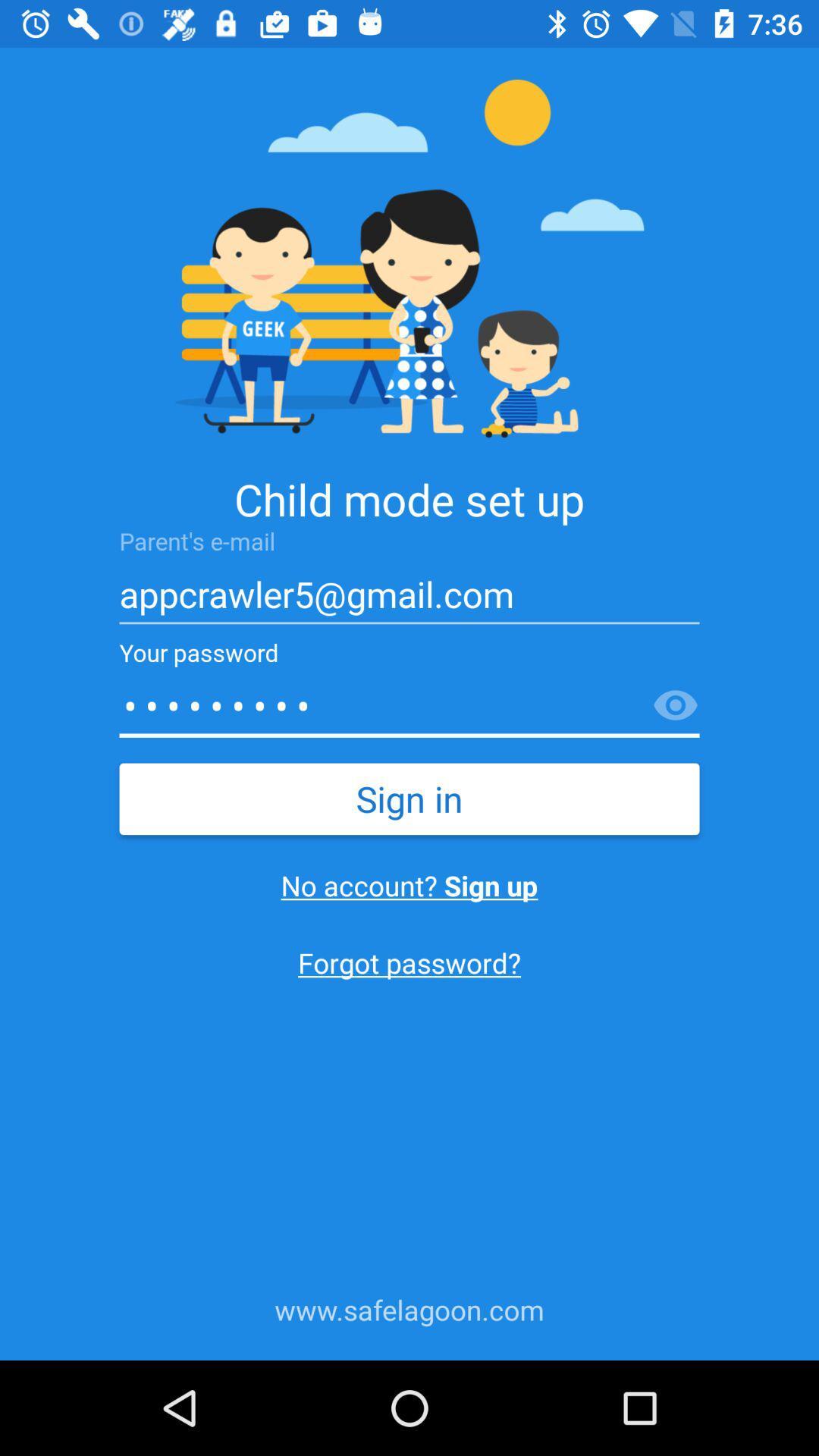  What do you see at coordinates (675, 705) in the screenshot?
I see `show password` at bounding box center [675, 705].